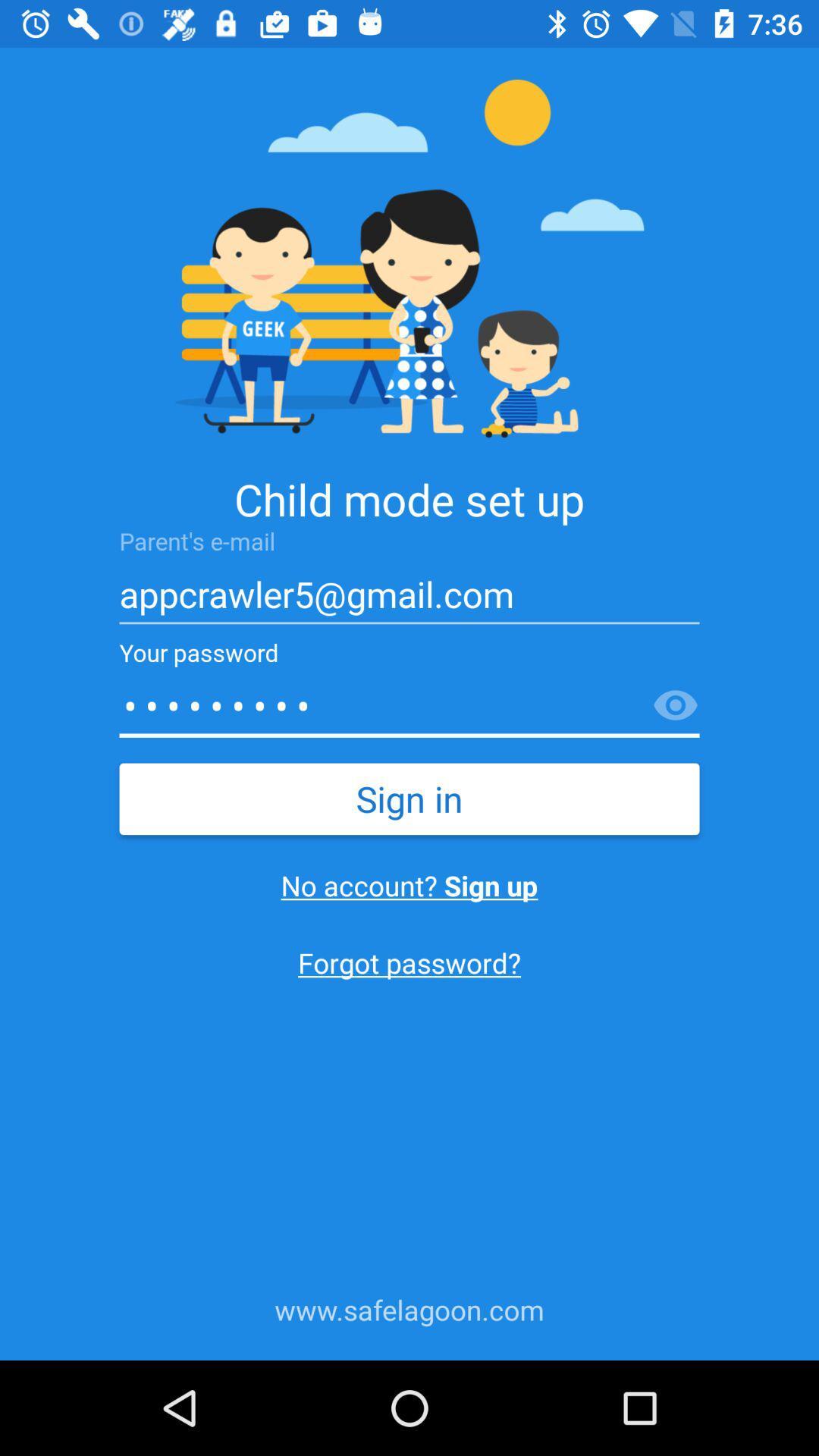  What do you see at coordinates (675, 705) in the screenshot?
I see `show password` at bounding box center [675, 705].